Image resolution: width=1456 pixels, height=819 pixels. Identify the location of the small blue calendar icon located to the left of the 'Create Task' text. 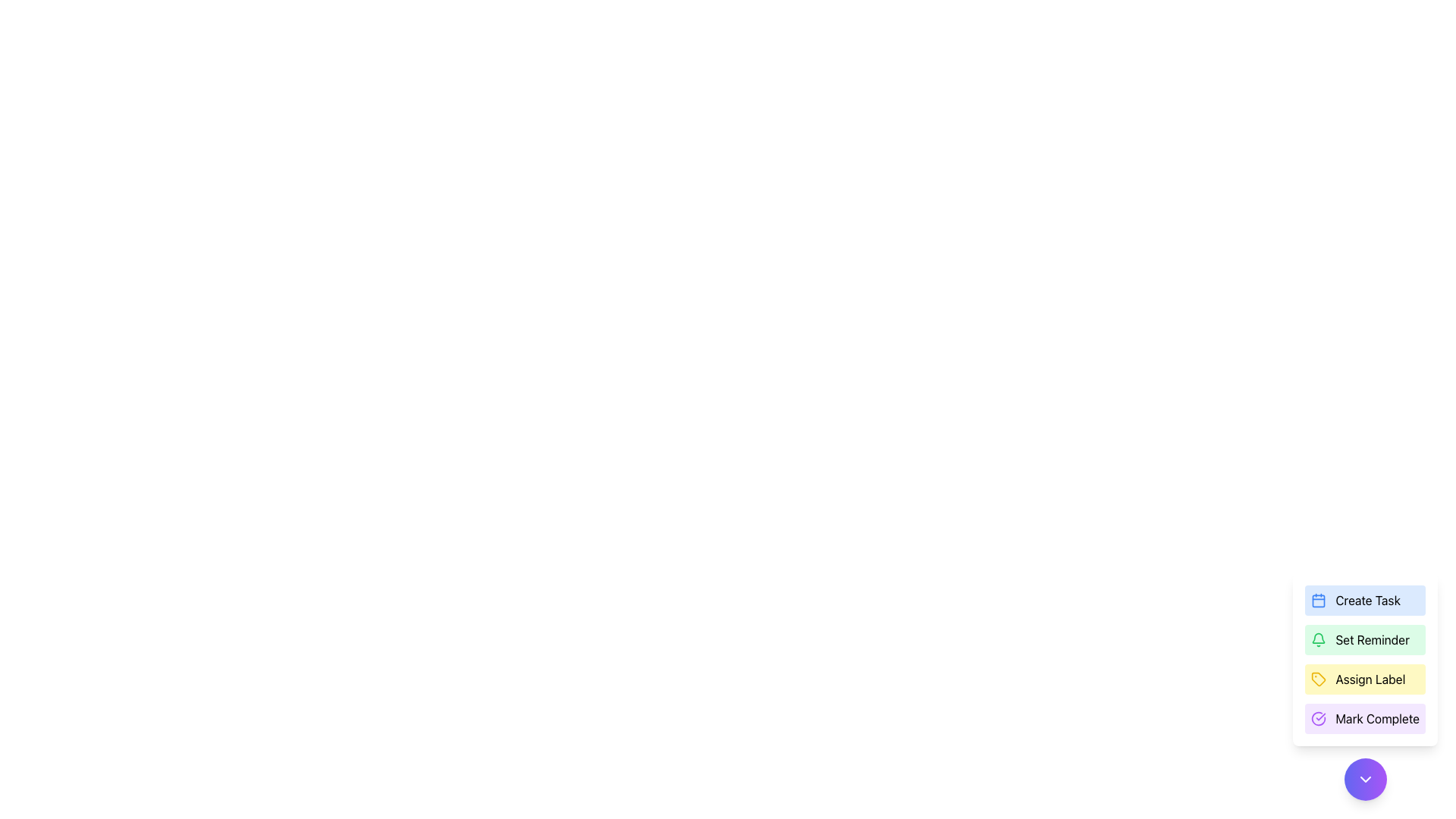
(1318, 599).